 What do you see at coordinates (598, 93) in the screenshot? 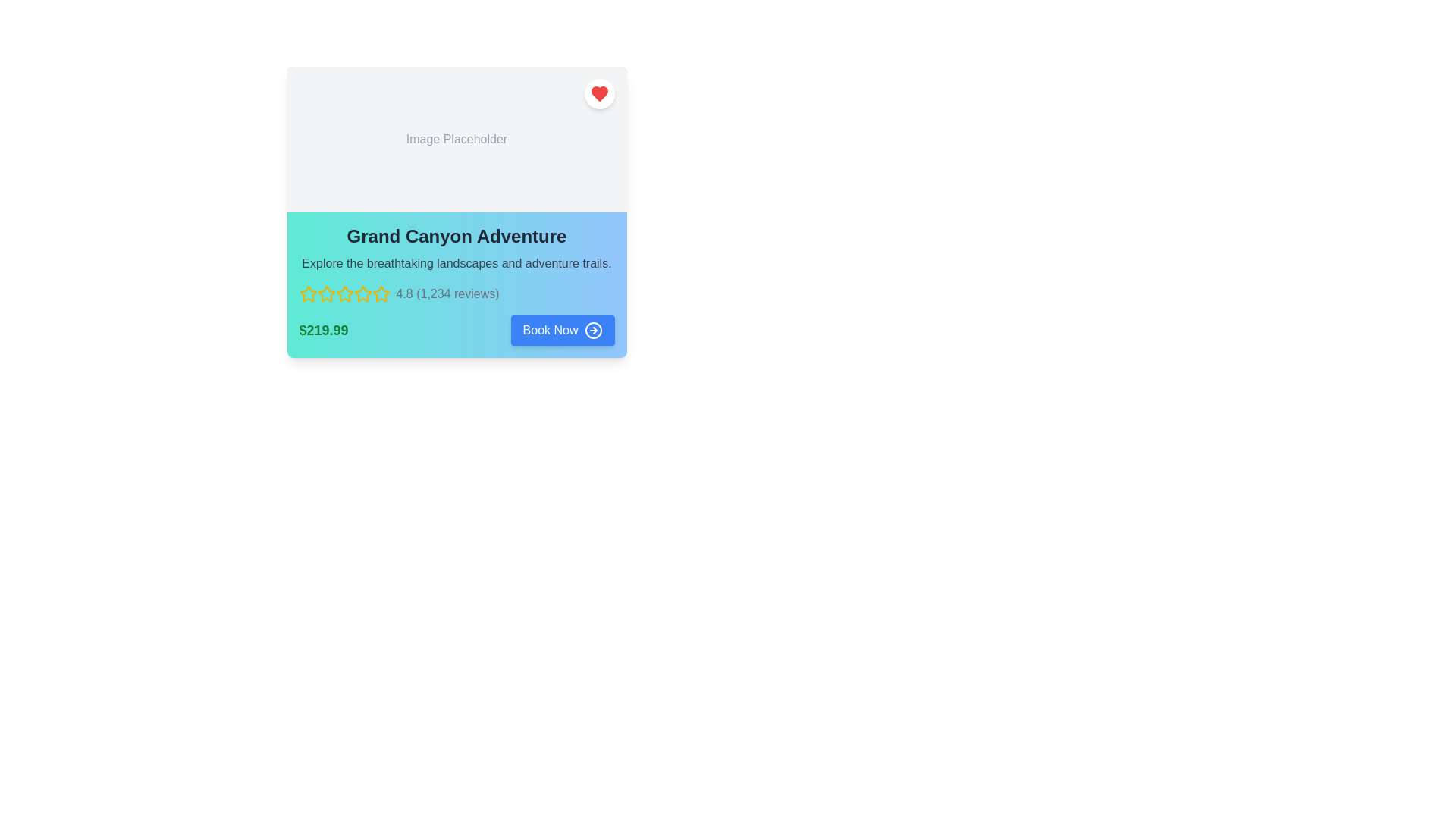
I see `the heart-shaped icon within the circular button to mark it as favorite` at bounding box center [598, 93].